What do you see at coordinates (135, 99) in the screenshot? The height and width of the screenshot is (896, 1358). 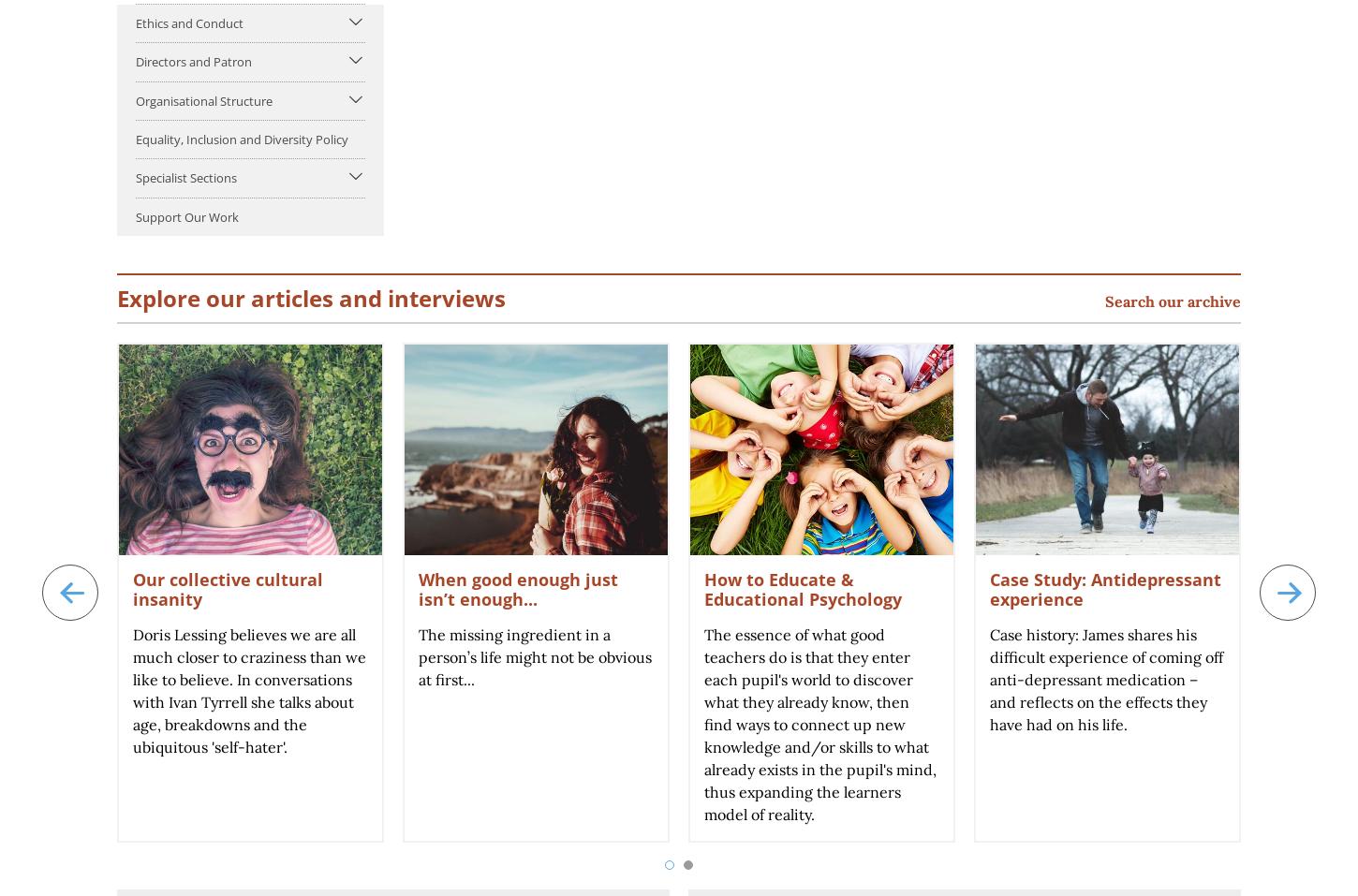 I see `'Organisational Structure'` at bounding box center [135, 99].